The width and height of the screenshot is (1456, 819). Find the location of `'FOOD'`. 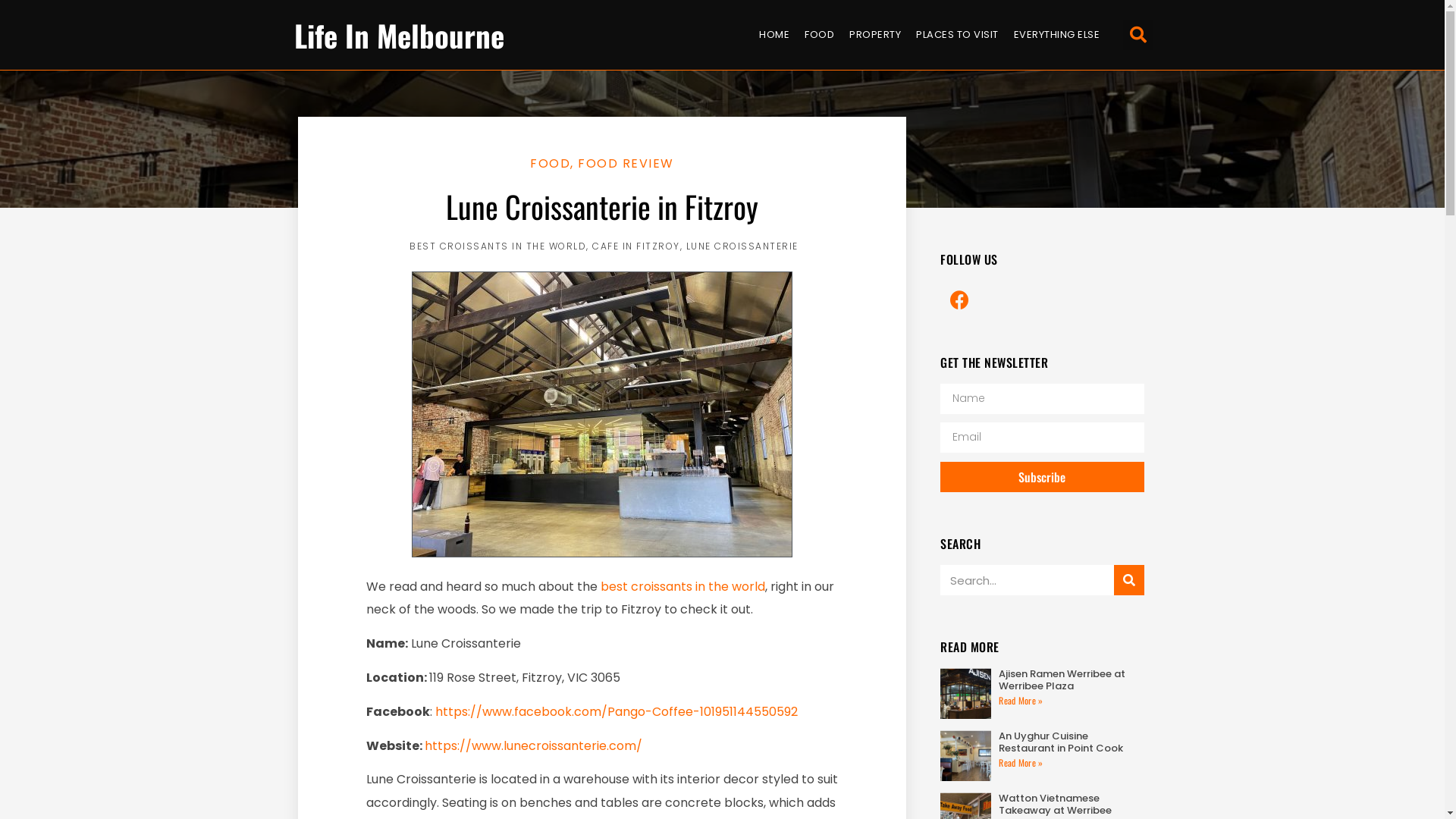

'FOOD' is located at coordinates (549, 163).